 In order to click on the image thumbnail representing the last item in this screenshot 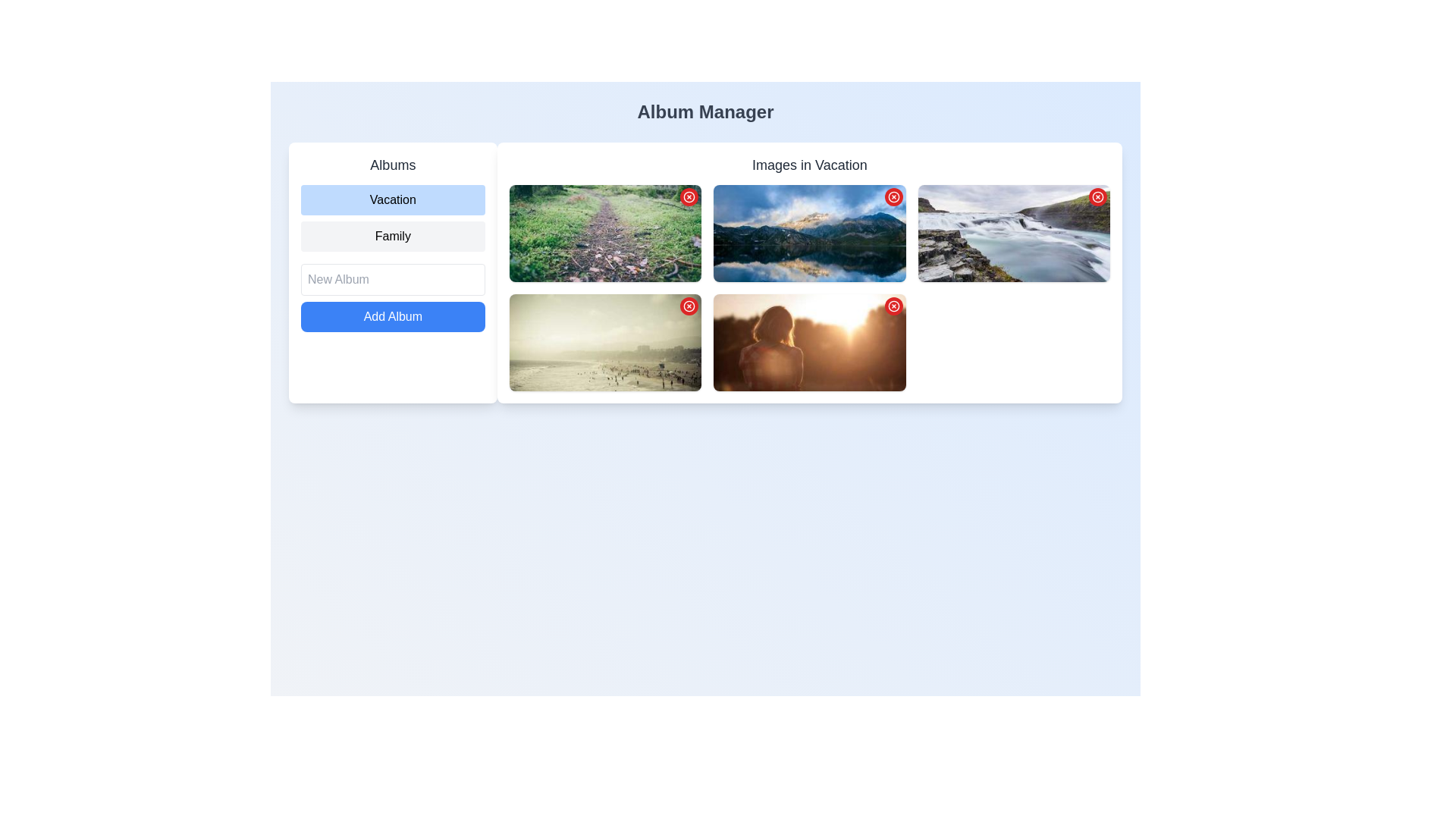, I will do `click(808, 342)`.